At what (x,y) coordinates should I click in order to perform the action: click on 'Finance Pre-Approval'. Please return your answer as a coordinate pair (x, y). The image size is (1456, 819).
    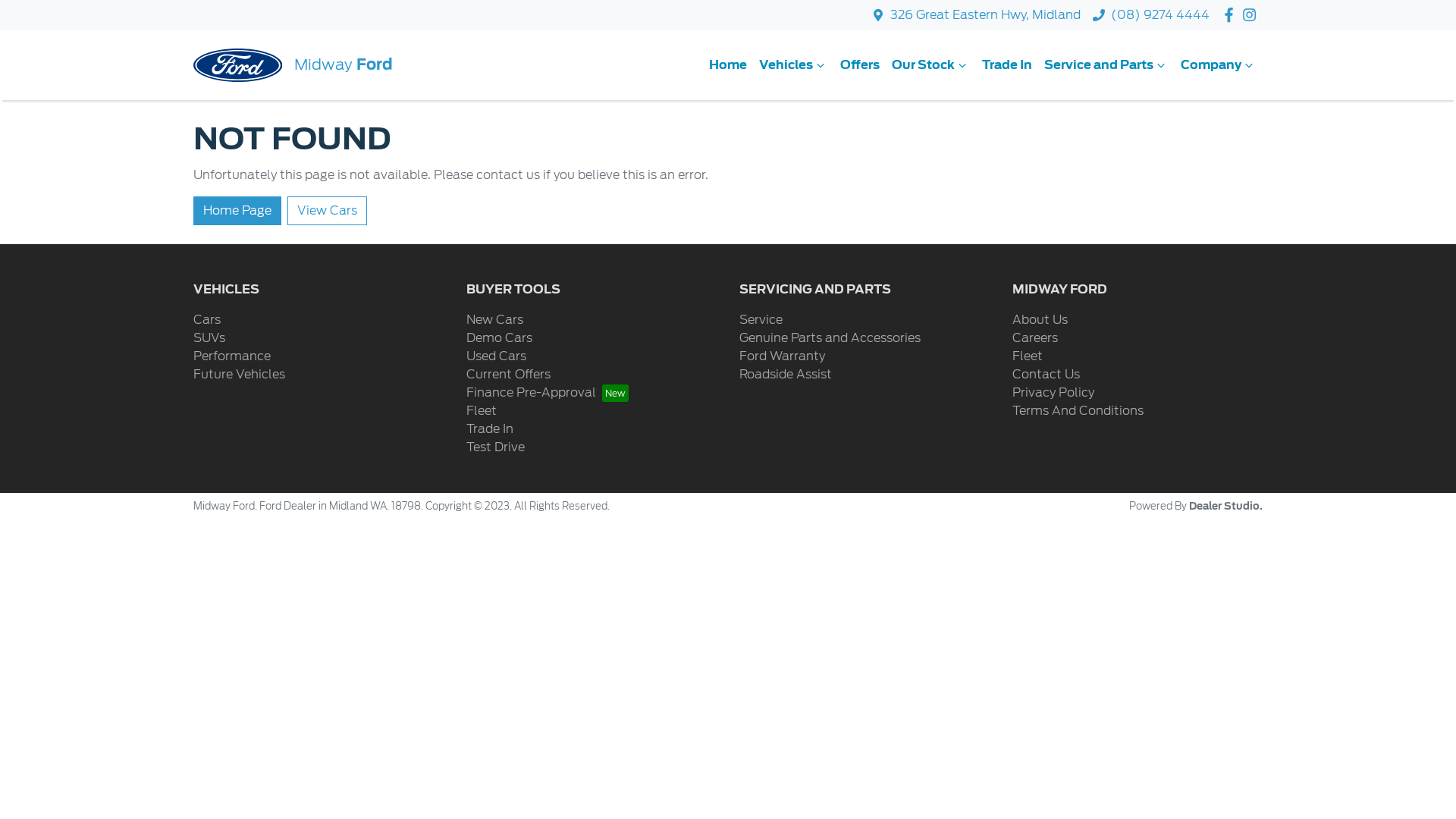
    Looking at the image, I should click on (546, 391).